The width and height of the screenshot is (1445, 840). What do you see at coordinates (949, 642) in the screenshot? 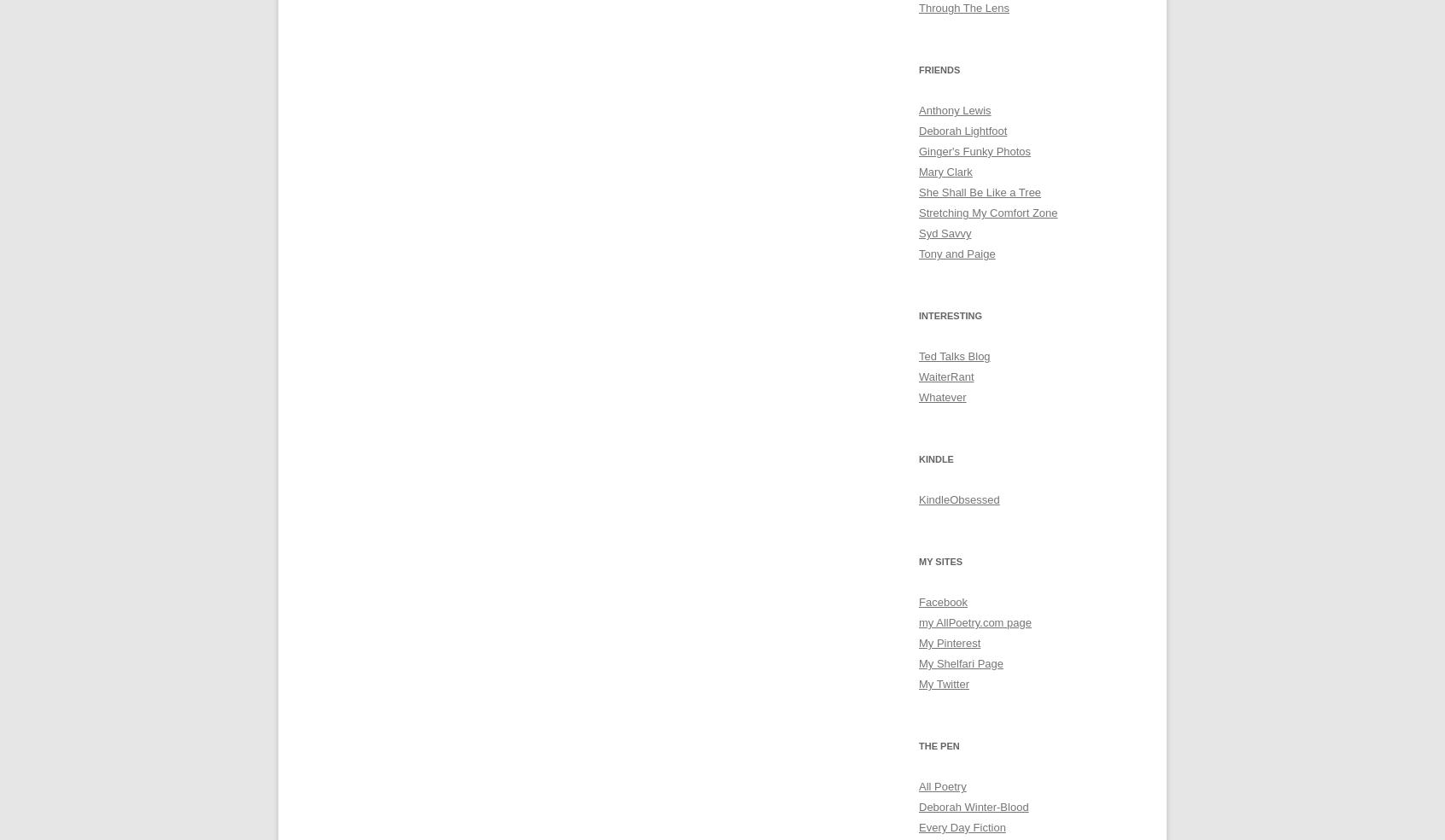
I see `'My Pinterest'` at bounding box center [949, 642].